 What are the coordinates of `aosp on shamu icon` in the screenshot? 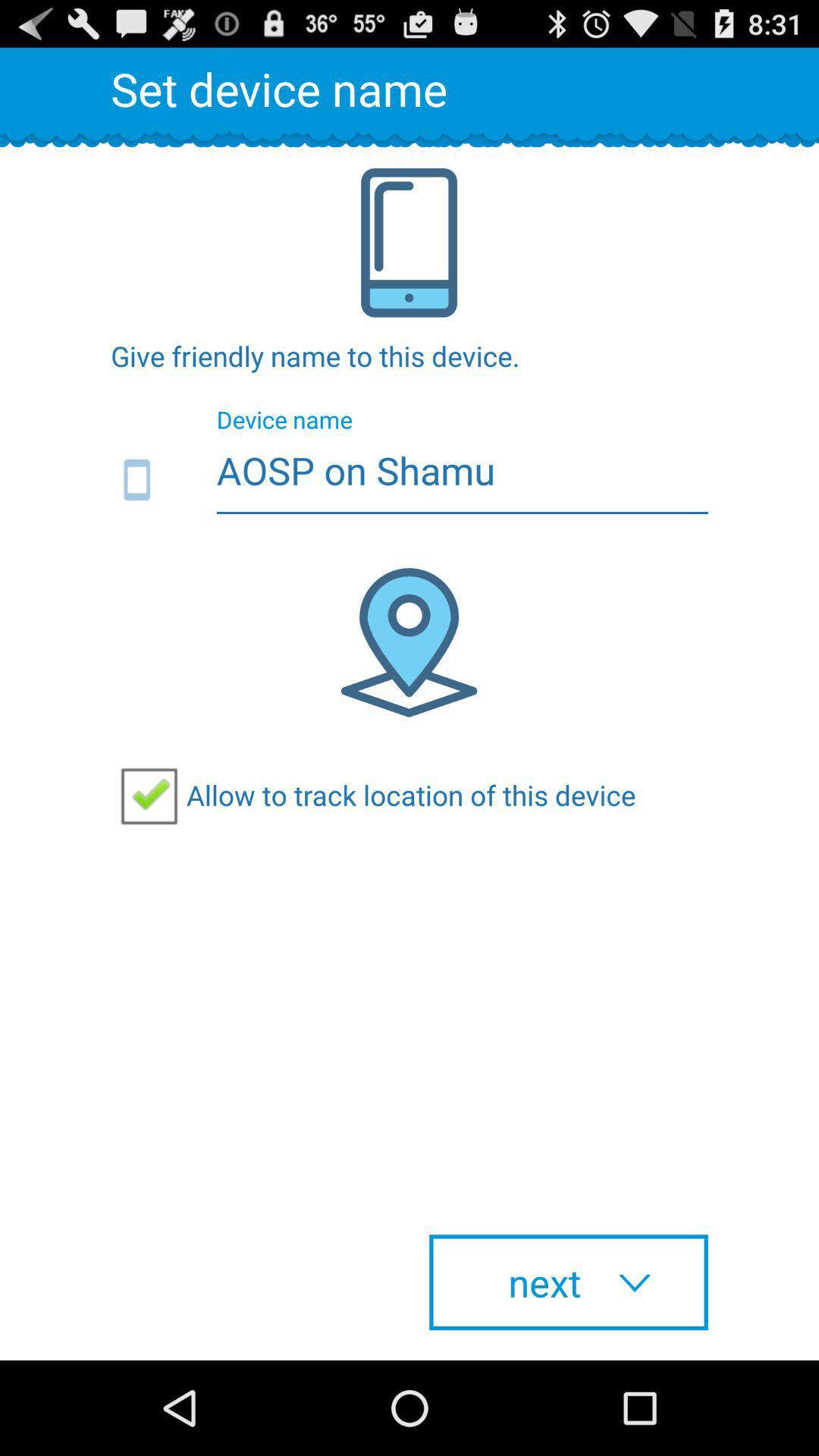 It's located at (409, 480).